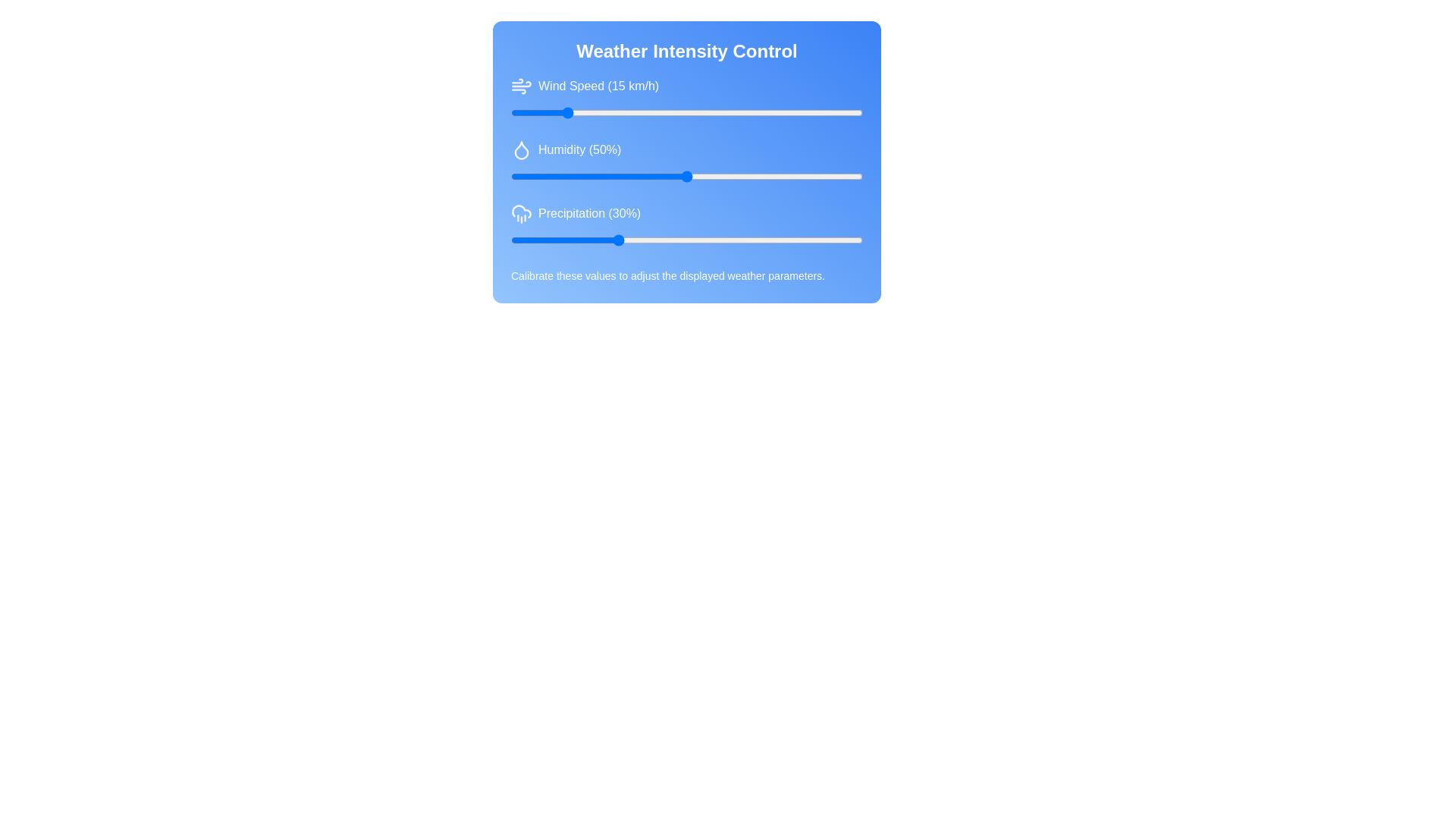 The width and height of the screenshot is (1456, 819). I want to click on the Wind Speed slider control, which features a label 'Wind Speed (15 km/h)' and a wind icon, located below the 'Weather Intensity Control' header, so click(686, 99).